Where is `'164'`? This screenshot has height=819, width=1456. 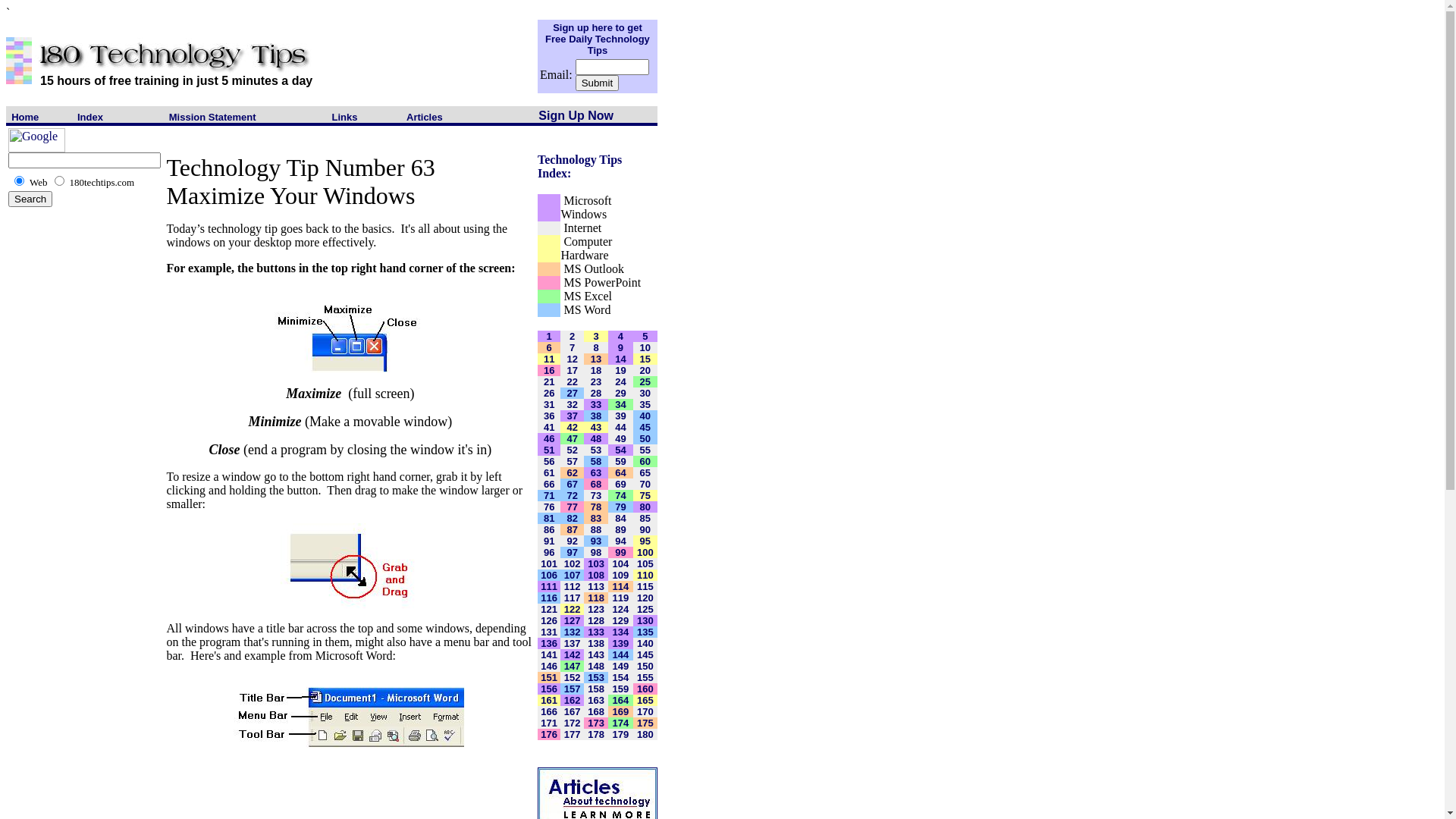
'164' is located at coordinates (621, 699).